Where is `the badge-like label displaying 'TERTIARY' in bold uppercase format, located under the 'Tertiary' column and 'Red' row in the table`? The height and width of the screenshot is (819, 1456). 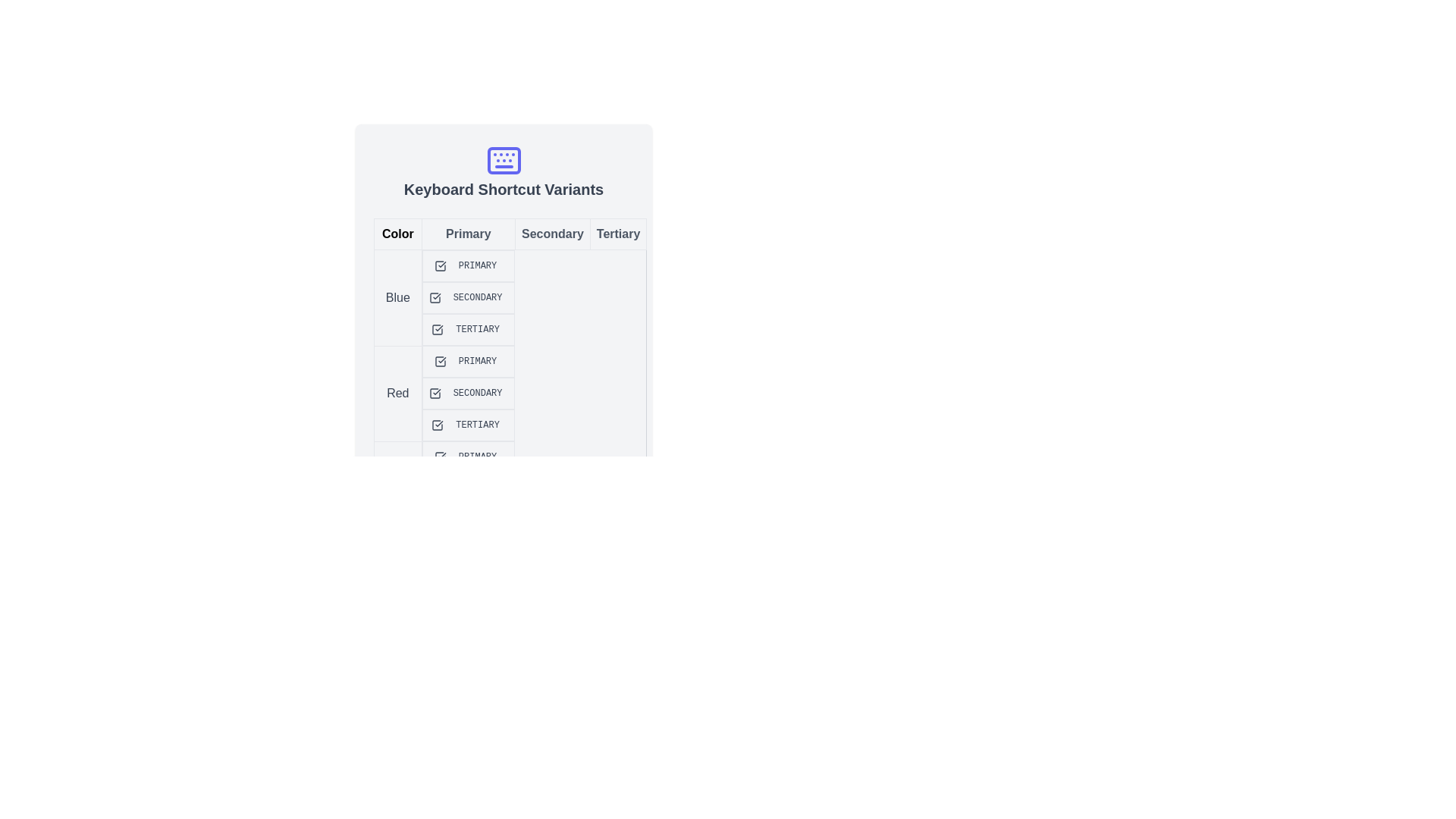
the badge-like label displaying 'TERTIARY' in bold uppercase format, located under the 'Tertiary' column and 'Red' row in the table is located at coordinates (477, 425).